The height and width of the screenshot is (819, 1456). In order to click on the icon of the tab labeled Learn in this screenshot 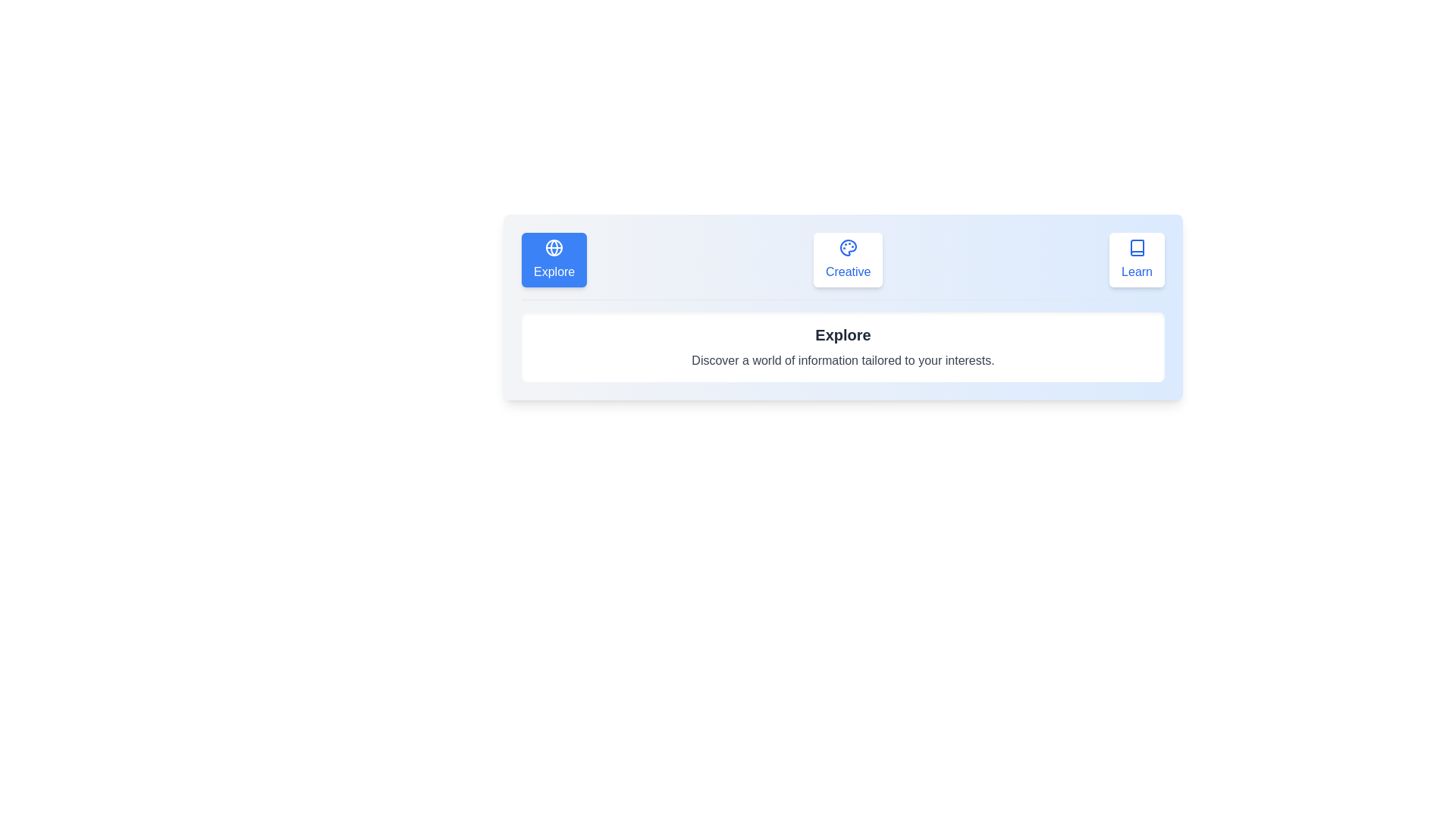, I will do `click(1137, 259)`.